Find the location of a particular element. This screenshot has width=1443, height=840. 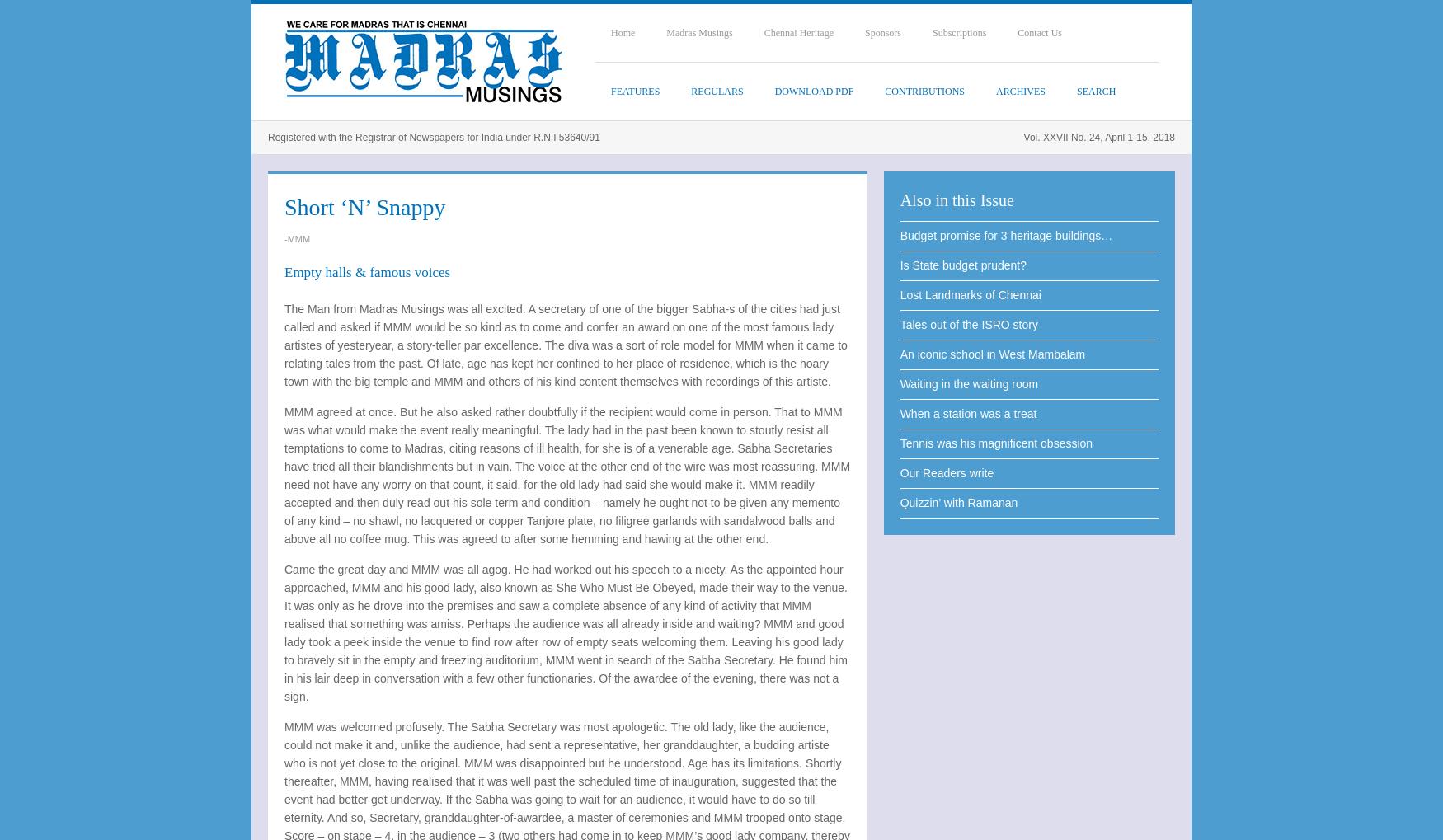

'Tennis was his magnificent obsession' is located at coordinates (899, 443).